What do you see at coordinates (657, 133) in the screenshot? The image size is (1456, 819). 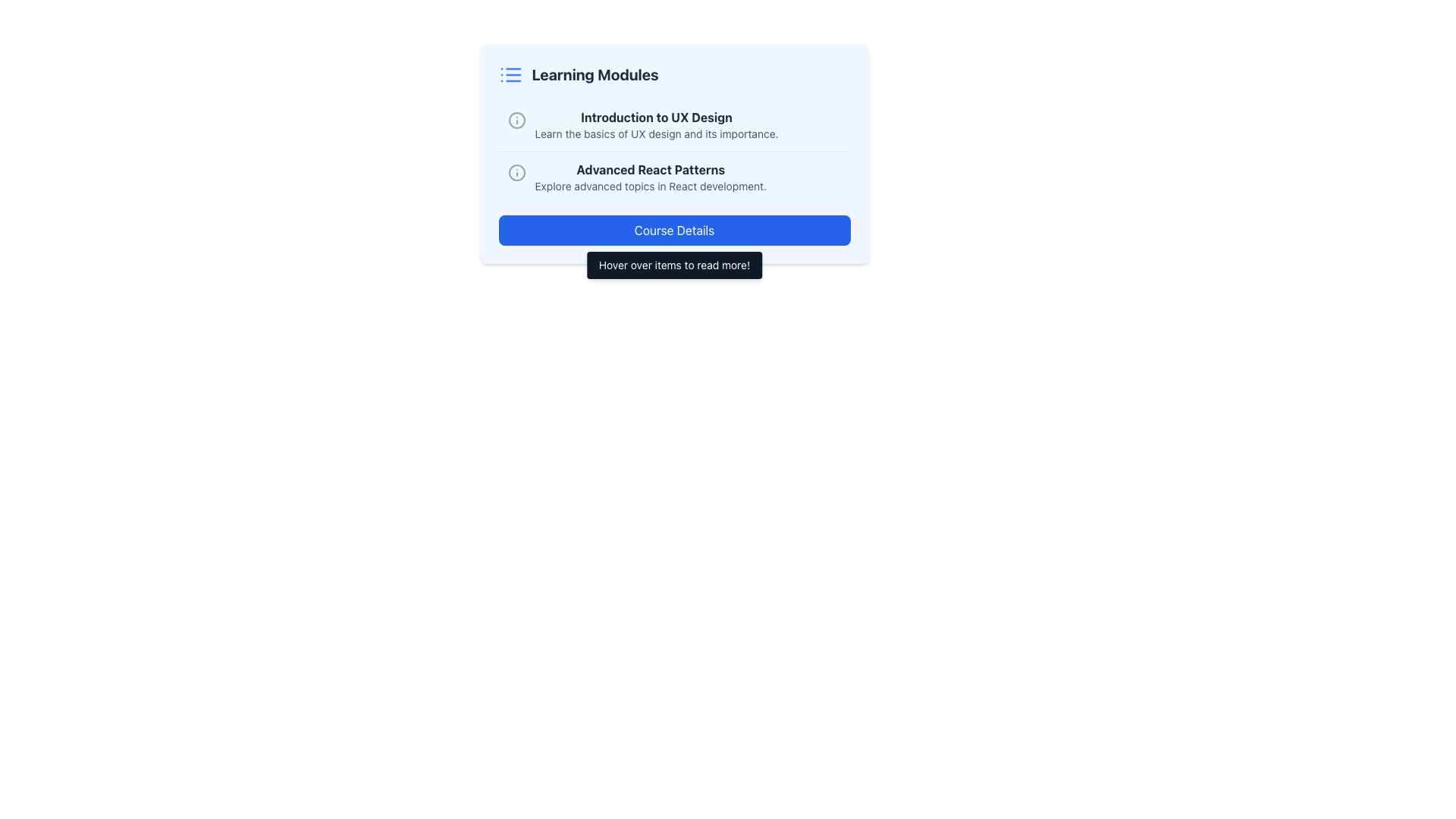 I see `the text label that reads 'Learn the basics of UX design and its importance,' which is located below the title 'Introduction to UX Design' in the learning modules section of a light blue card` at bounding box center [657, 133].